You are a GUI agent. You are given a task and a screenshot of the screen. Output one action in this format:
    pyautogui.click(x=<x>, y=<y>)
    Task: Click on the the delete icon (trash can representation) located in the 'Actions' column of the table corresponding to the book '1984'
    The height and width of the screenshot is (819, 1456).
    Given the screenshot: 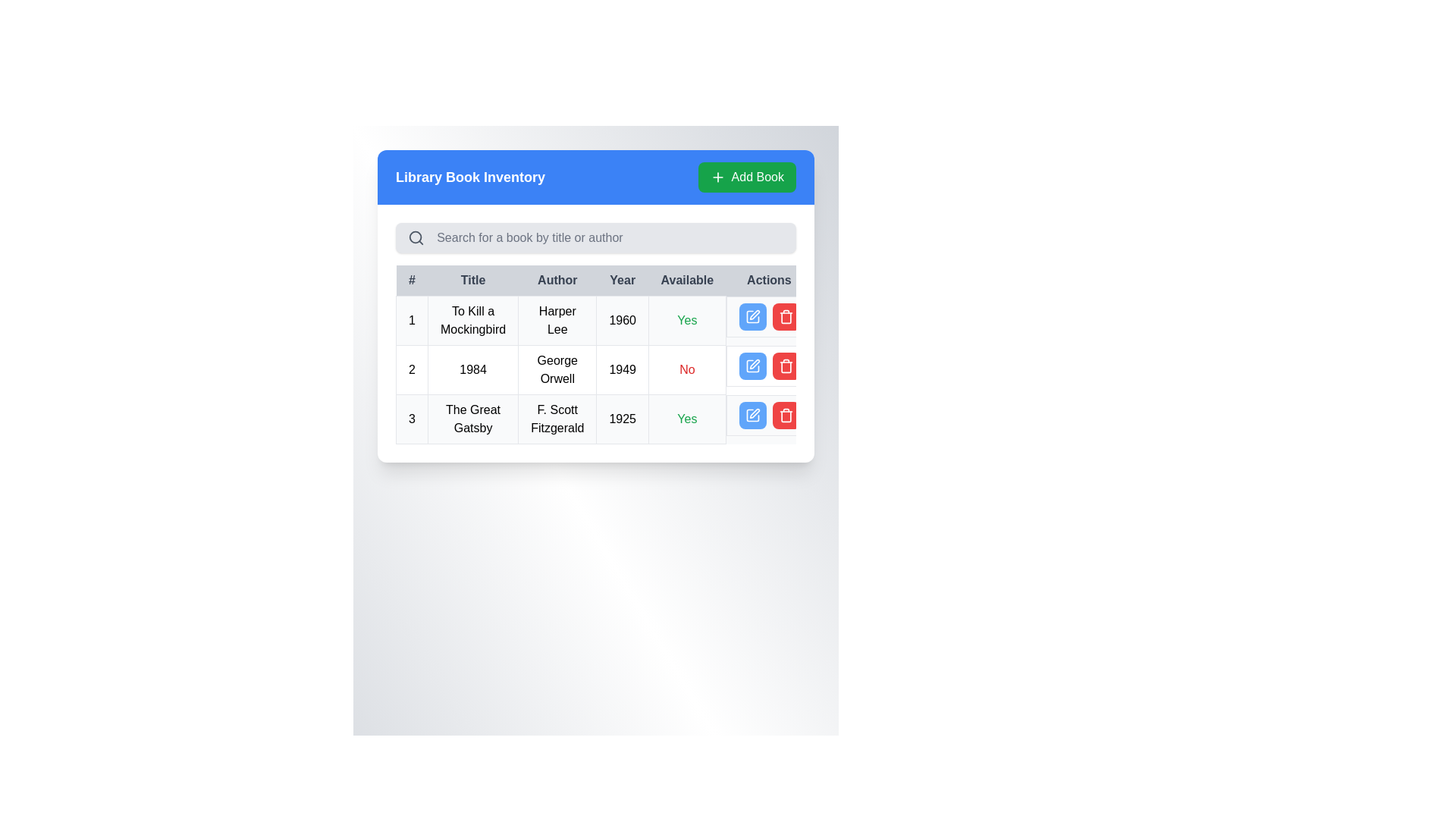 What is the action you would take?
    pyautogui.click(x=786, y=367)
    